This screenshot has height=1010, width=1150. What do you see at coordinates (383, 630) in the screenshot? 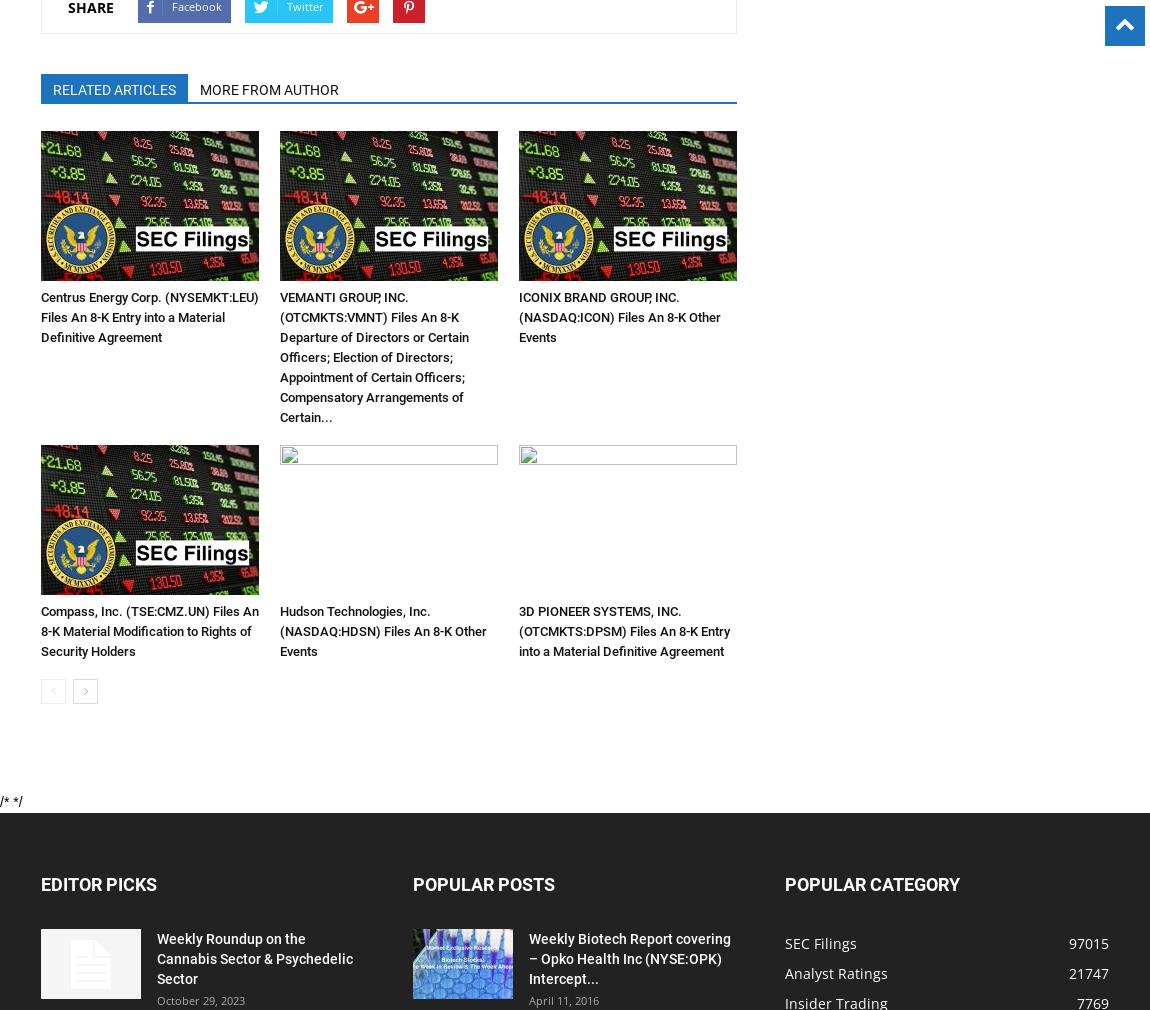
I see `'Hudson     Technologies, Inc. (NASDAQ:HDSN) Files An 8-K Other Events'` at bounding box center [383, 630].